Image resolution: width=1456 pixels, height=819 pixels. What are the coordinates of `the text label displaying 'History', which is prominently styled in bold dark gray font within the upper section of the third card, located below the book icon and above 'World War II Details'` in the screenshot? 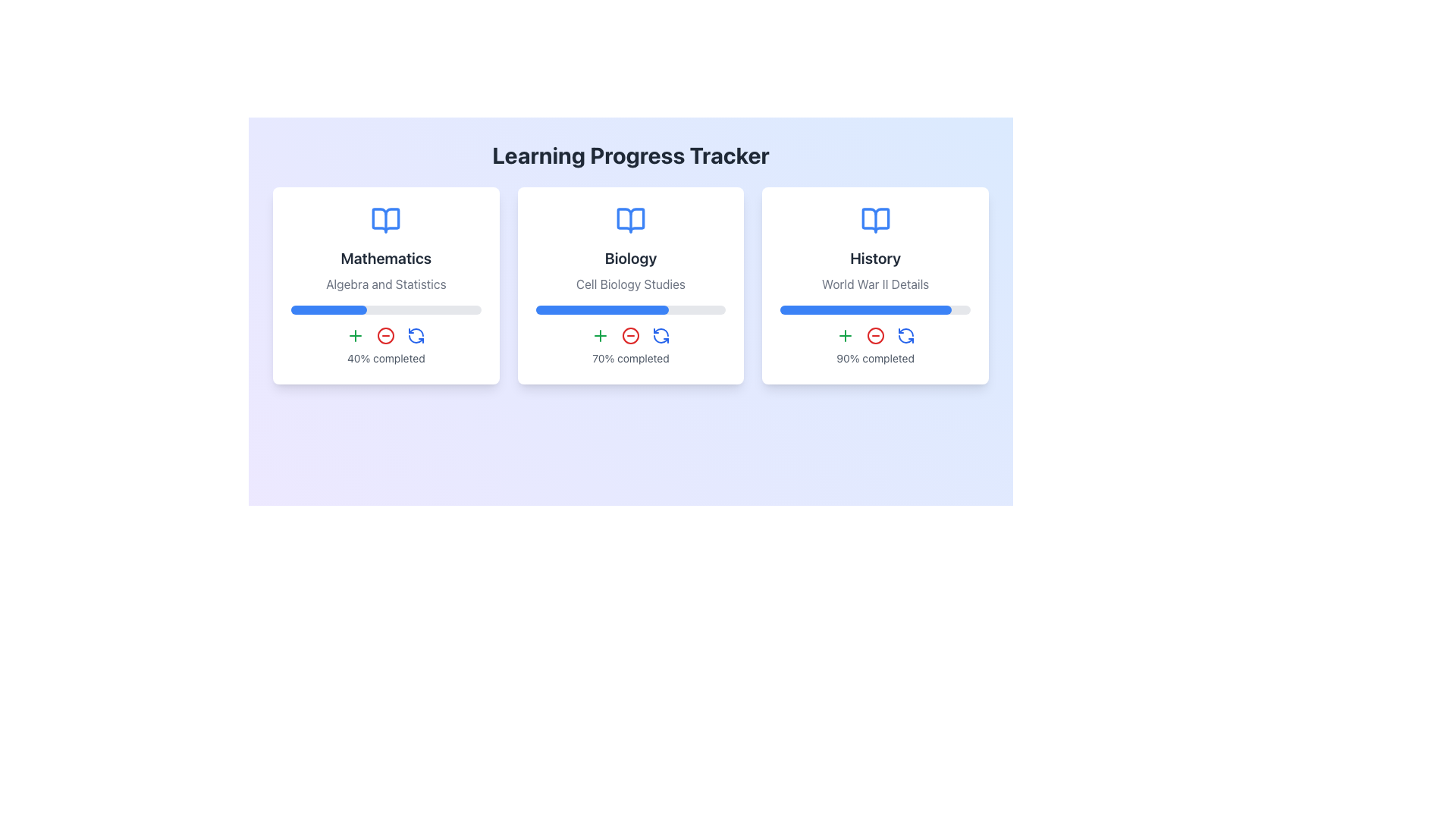 It's located at (875, 257).